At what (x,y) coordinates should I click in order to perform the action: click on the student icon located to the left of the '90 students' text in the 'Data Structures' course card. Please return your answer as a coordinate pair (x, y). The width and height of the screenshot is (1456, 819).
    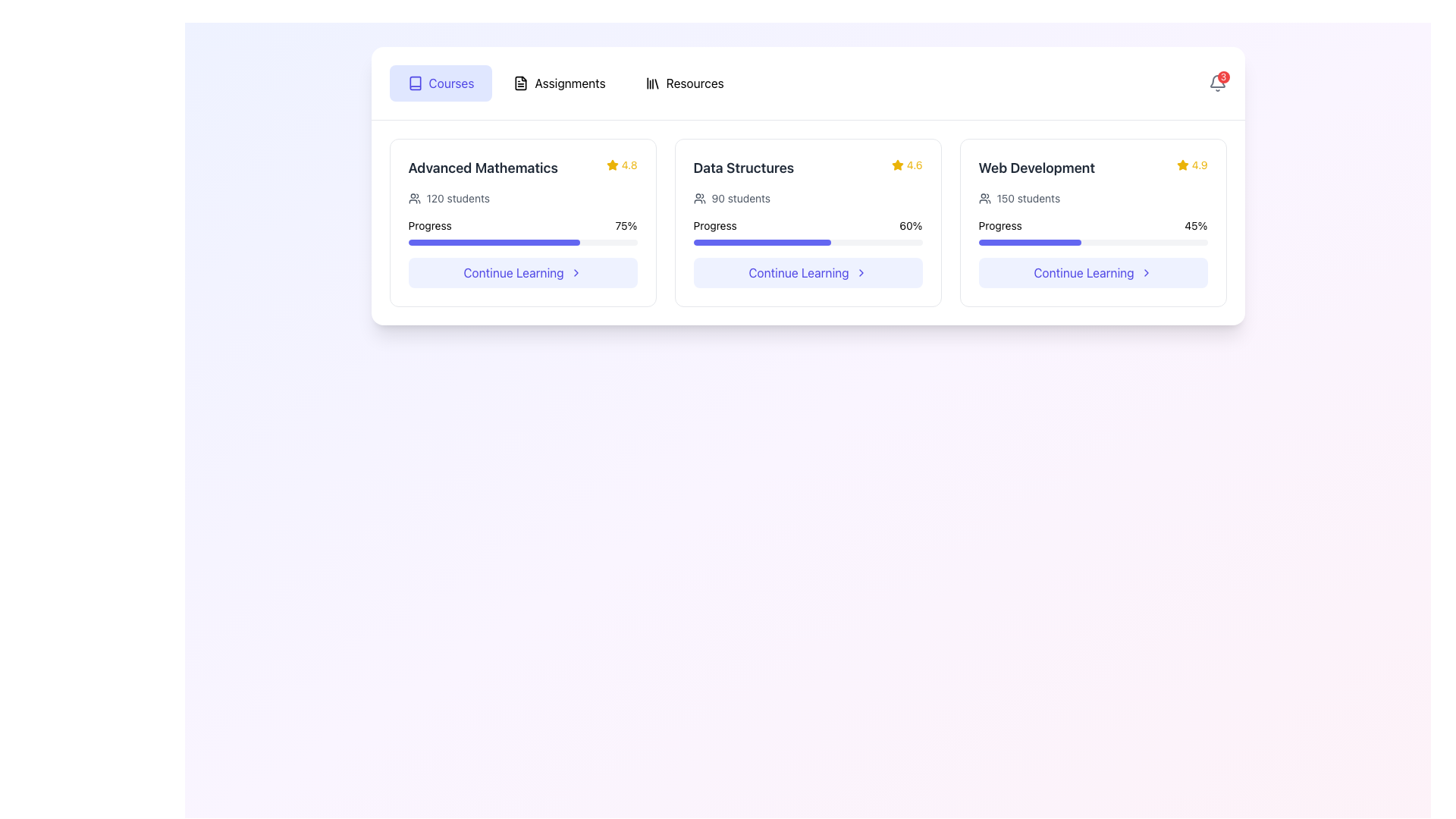
    Looking at the image, I should click on (698, 198).